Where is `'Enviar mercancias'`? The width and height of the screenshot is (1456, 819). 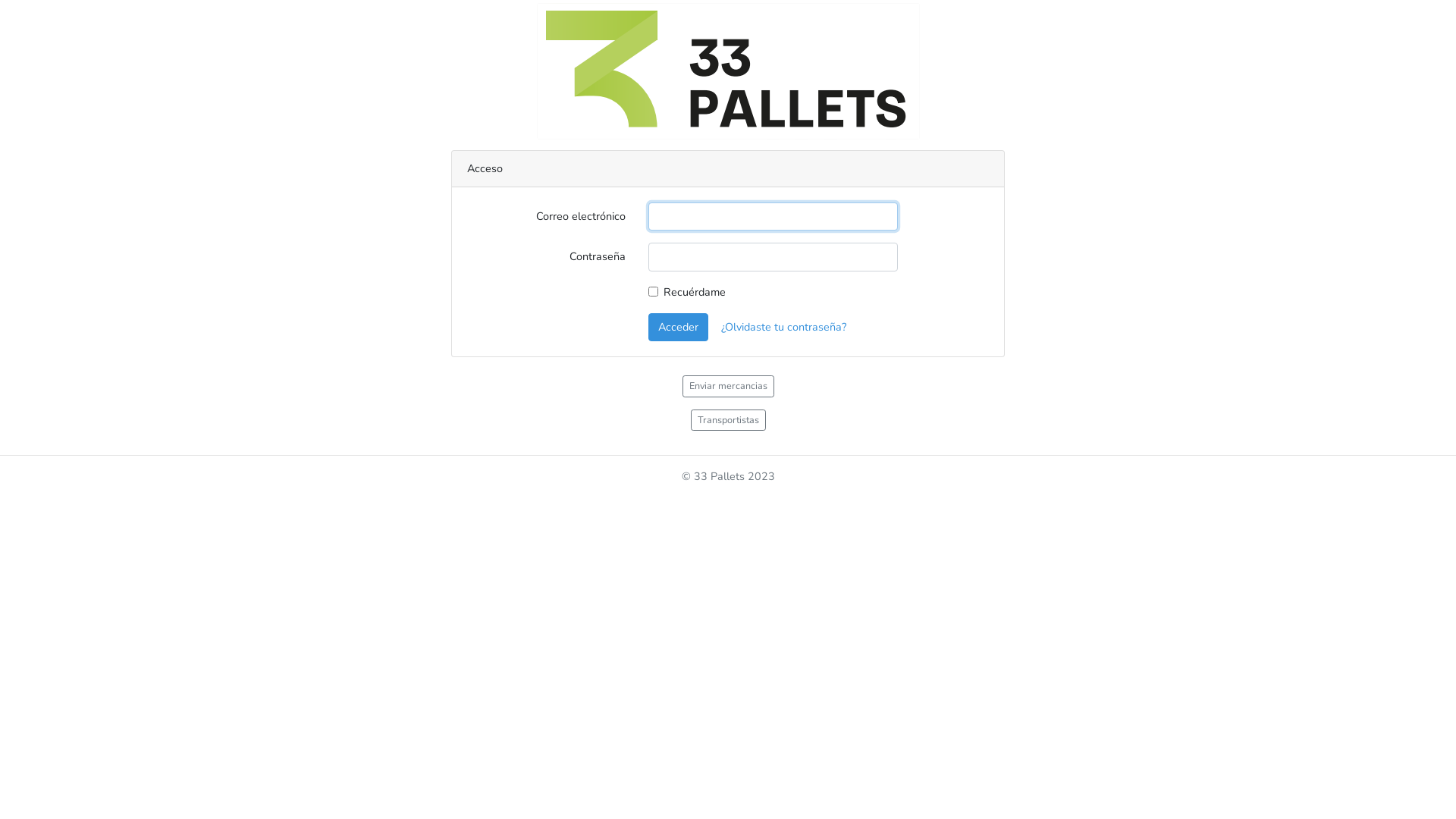 'Enviar mercancias' is located at coordinates (728, 385).